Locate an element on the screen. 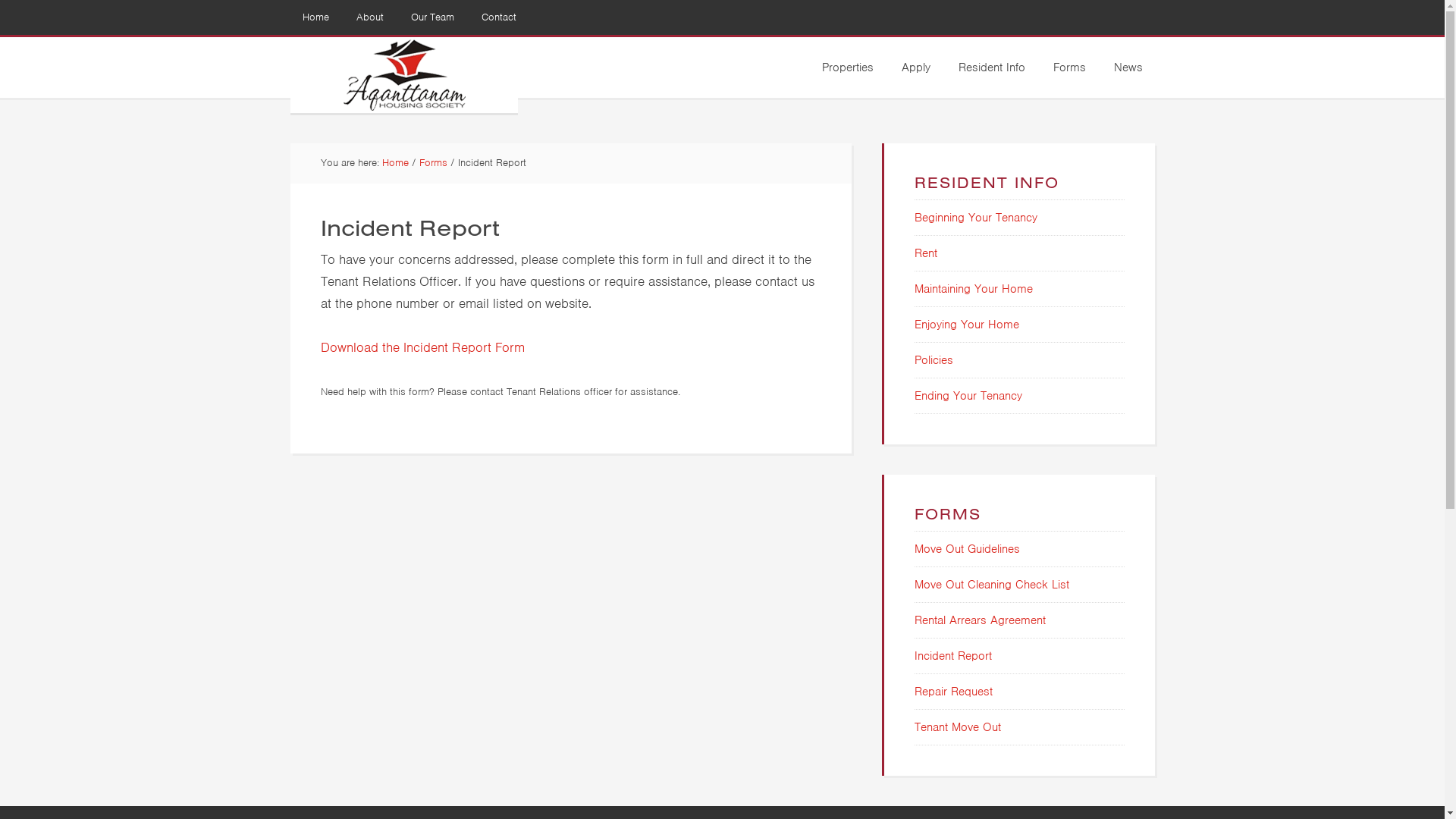  'Rent' is located at coordinates (924, 253).